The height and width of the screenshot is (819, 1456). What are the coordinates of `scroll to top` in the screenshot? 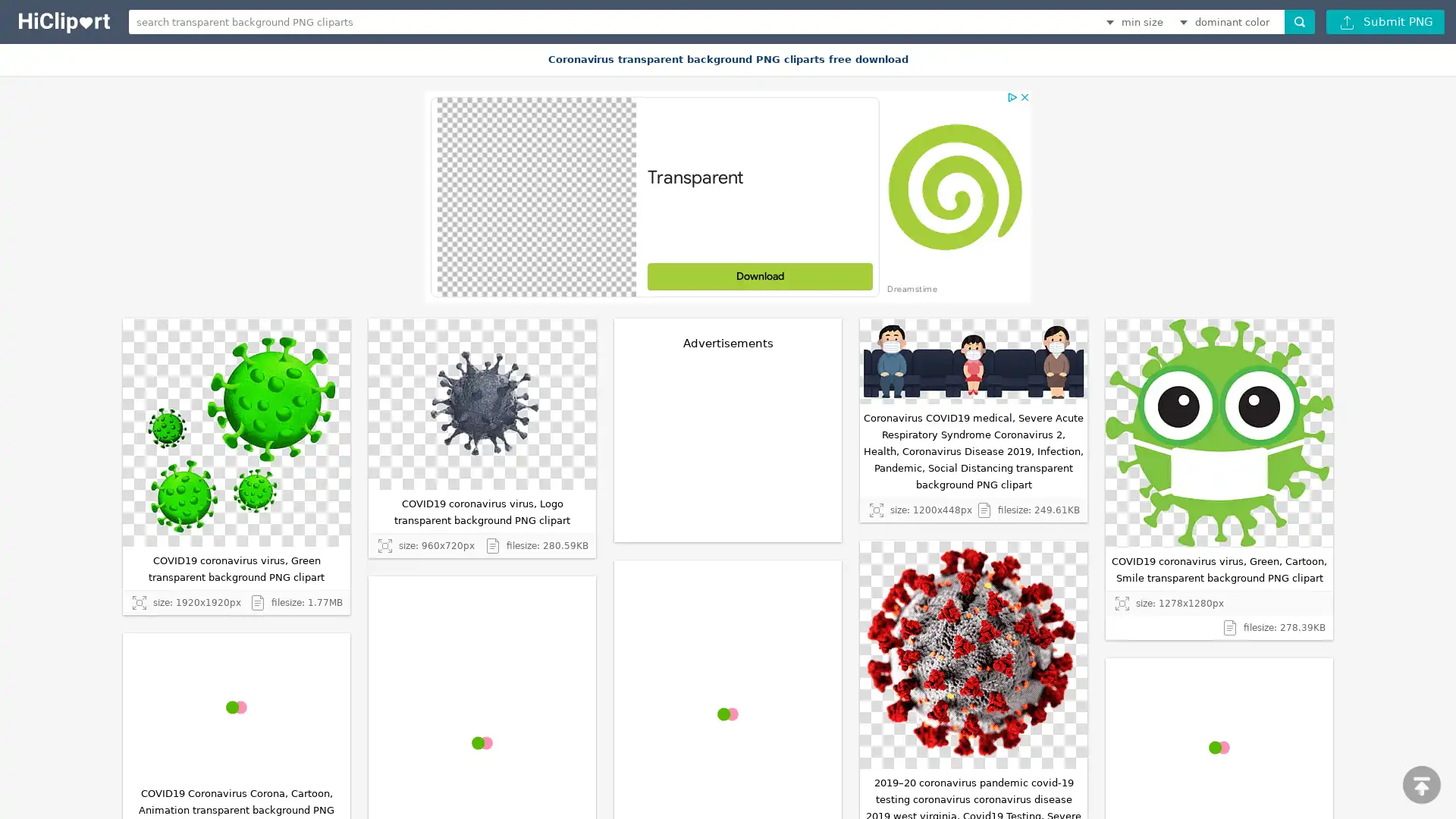 It's located at (1421, 784).